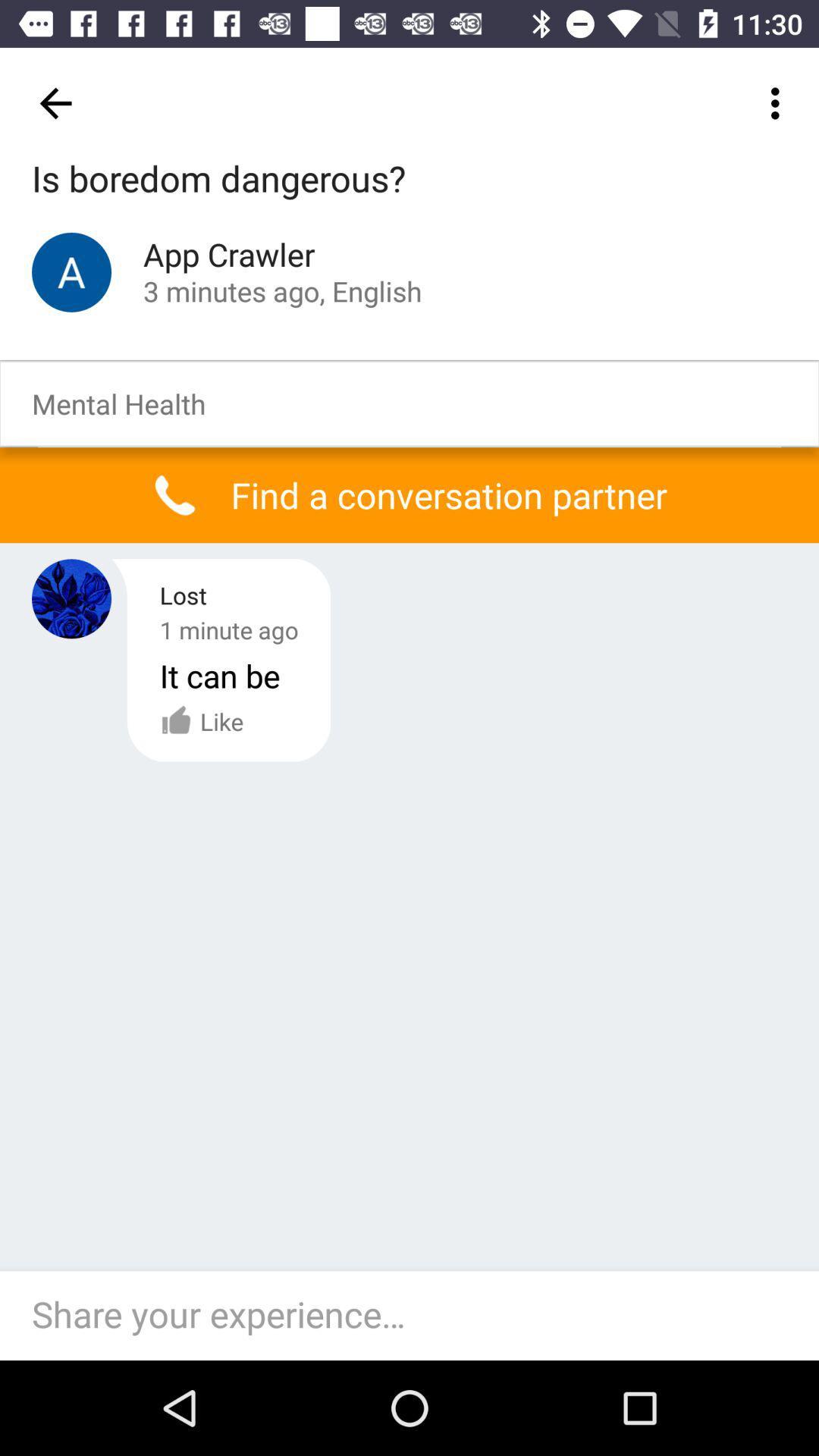  I want to click on it can be icon, so click(220, 675).